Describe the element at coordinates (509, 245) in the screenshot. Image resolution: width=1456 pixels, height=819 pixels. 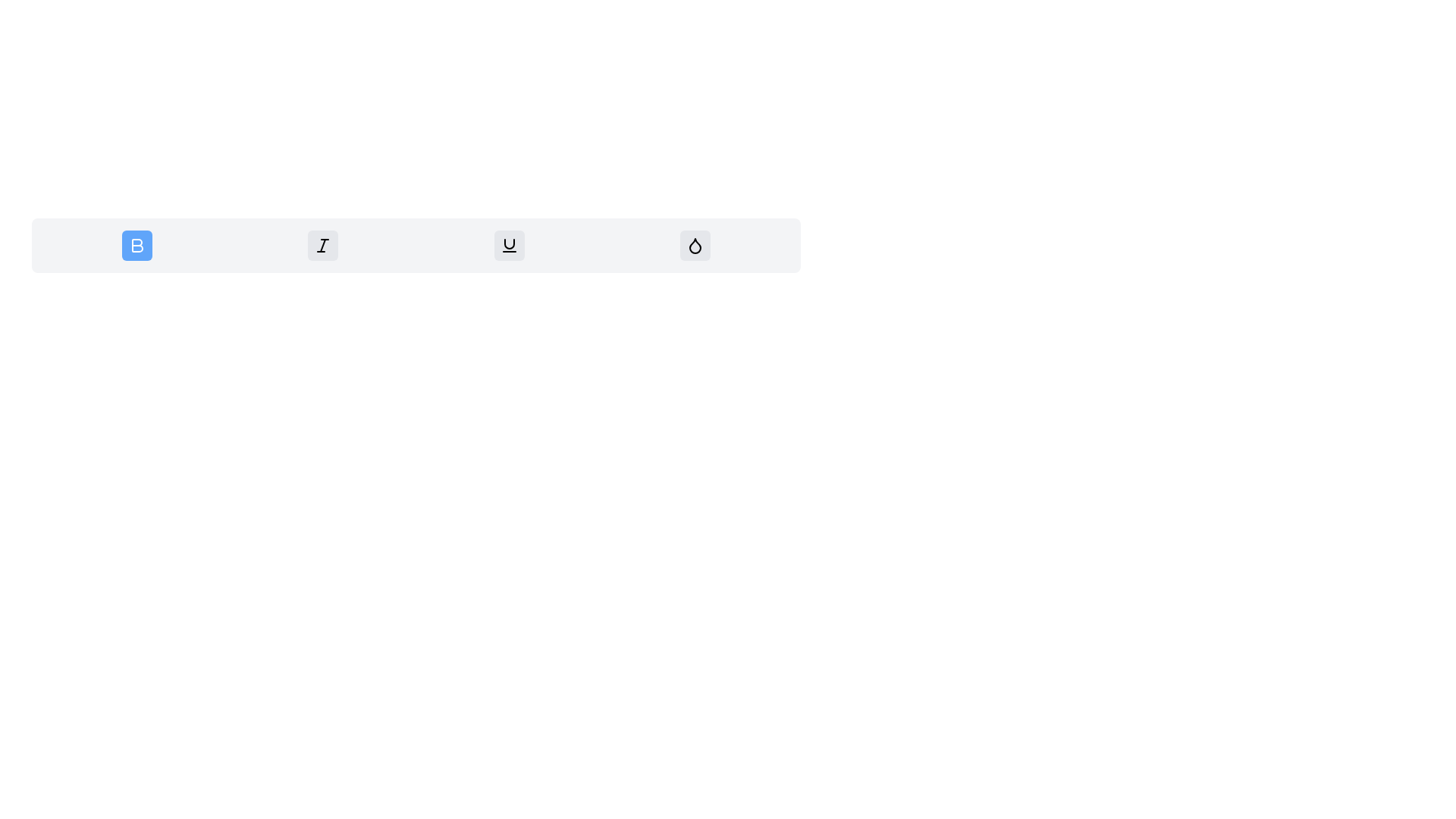
I see `the underline formatting button in the toolbar` at that location.